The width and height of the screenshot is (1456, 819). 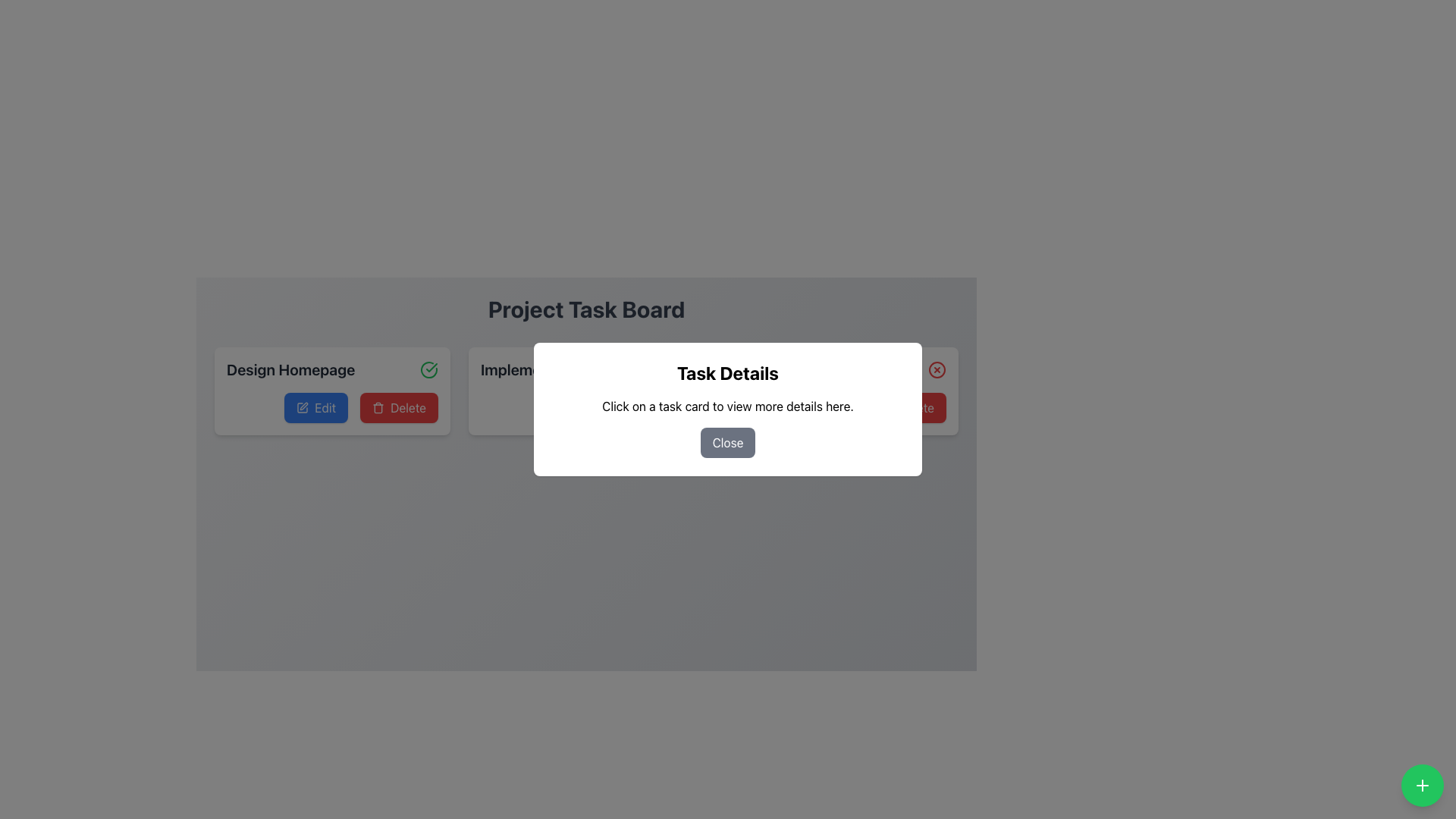 What do you see at coordinates (728, 373) in the screenshot?
I see `header text 'Task Details' that is prominently styled in a bold and large font size, located at the top of the modal` at bounding box center [728, 373].